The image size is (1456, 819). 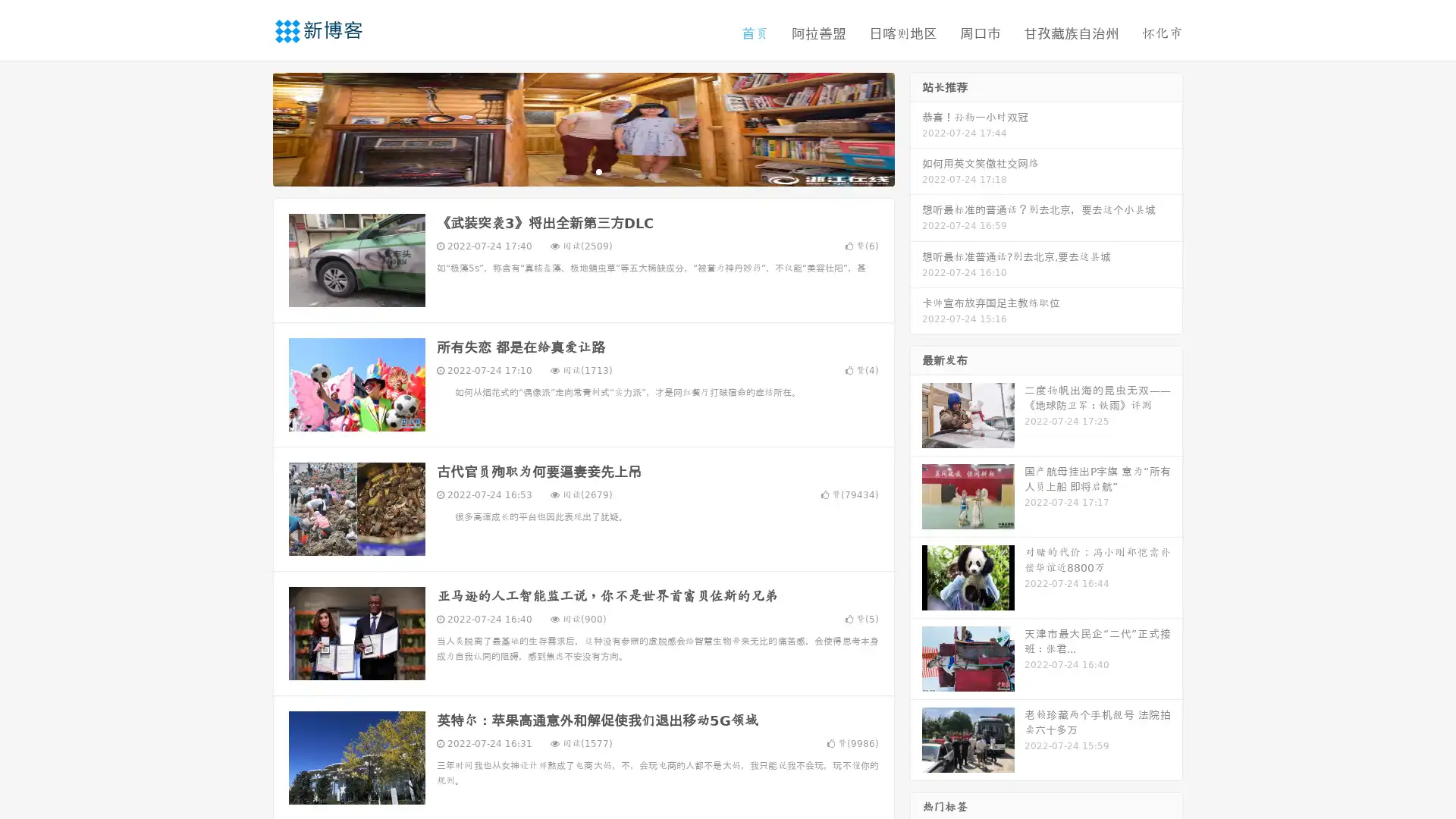 I want to click on Previous slide, so click(x=250, y=127).